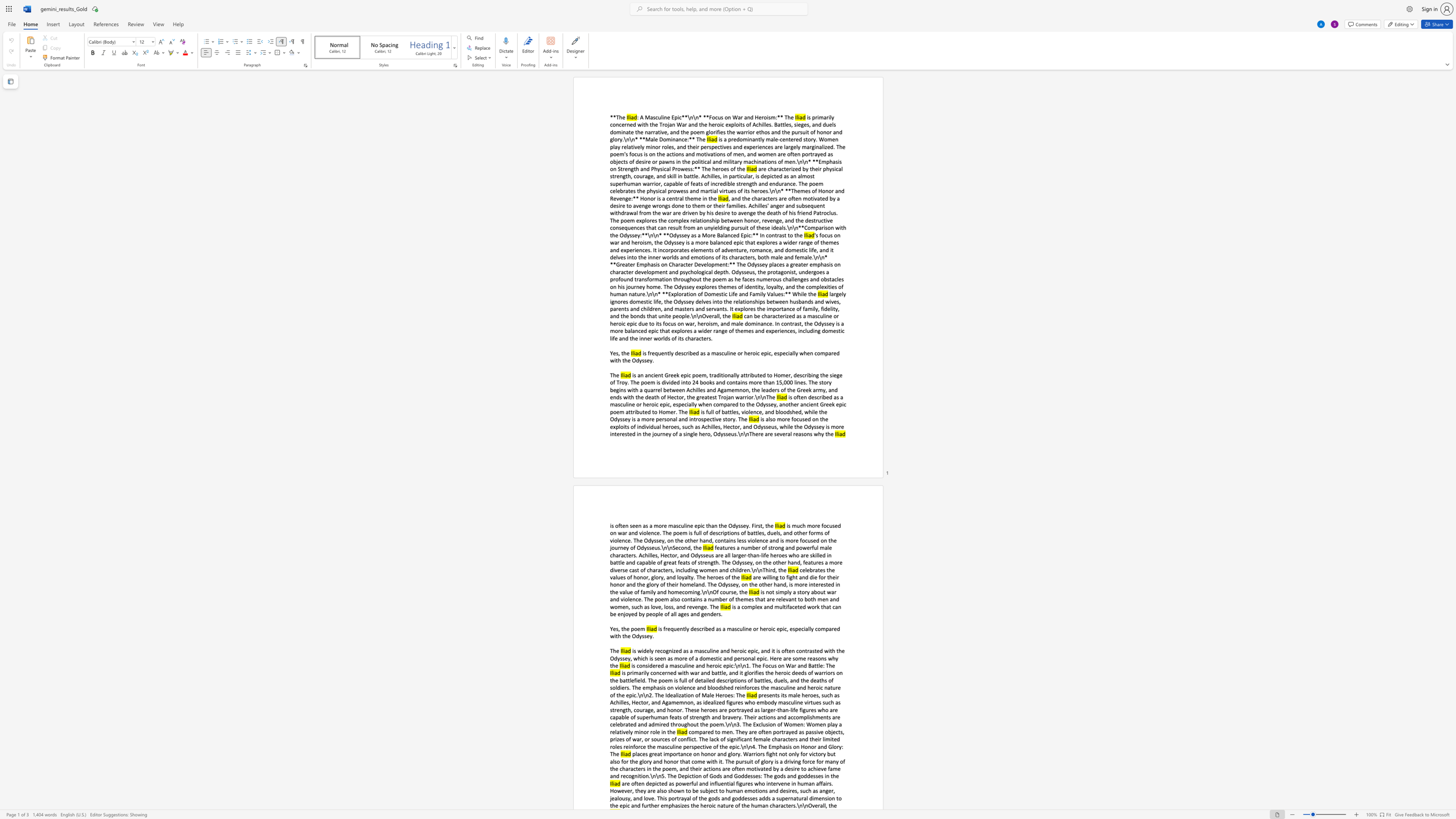 The height and width of the screenshot is (819, 1456). What do you see at coordinates (747, 375) in the screenshot?
I see `the subset text "ributed to Home" within the text "is an ancient Greek epic poem, traditionally attributed to Homer, describing the siege of Troy. The poem is divided into 24 books and contains more than 15,000 lines. The story begins with a quarrel between Achilles and Agamemnon, the leaders of the Greek army, and ends with the death of Hector, the greatest Trojan warrior.\n\nThe"` at bounding box center [747, 375].